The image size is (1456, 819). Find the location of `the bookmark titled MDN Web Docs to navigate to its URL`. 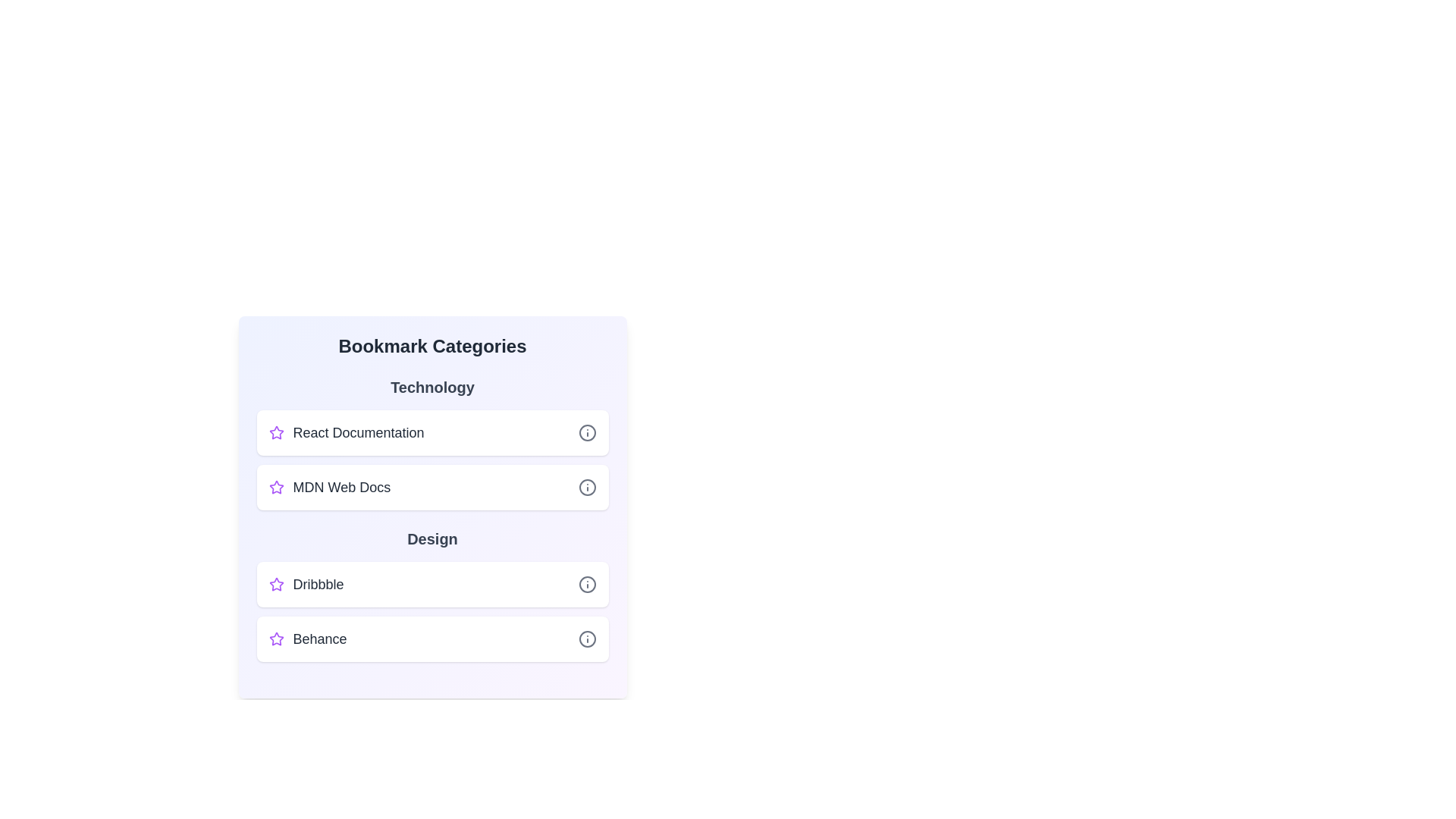

the bookmark titled MDN Web Docs to navigate to its URL is located at coordinates (340, 488).